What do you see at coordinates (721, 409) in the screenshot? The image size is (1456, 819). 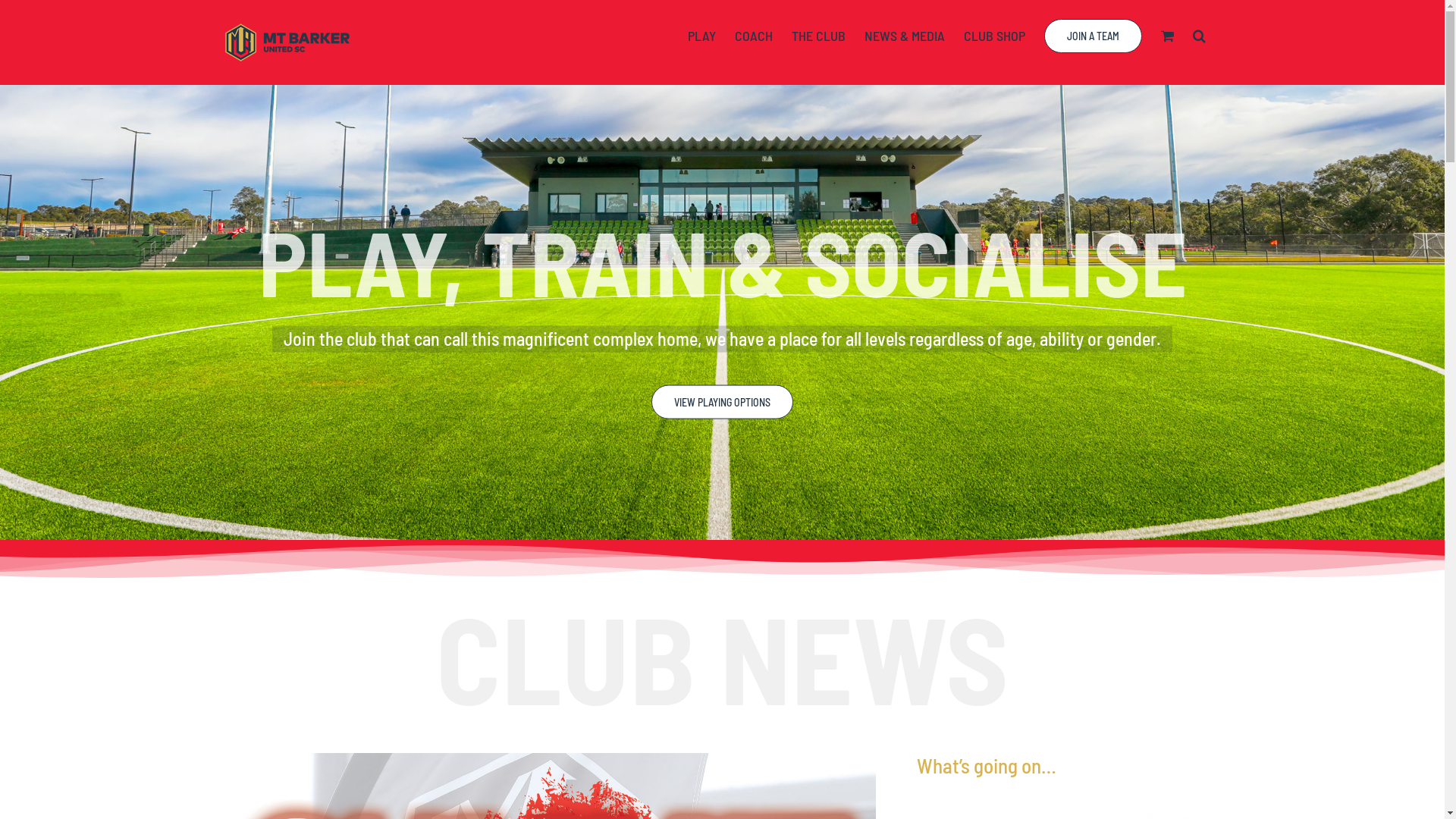 I see `'VIEW PLAYING OPTIONS'` at bounding box center [721, 409].